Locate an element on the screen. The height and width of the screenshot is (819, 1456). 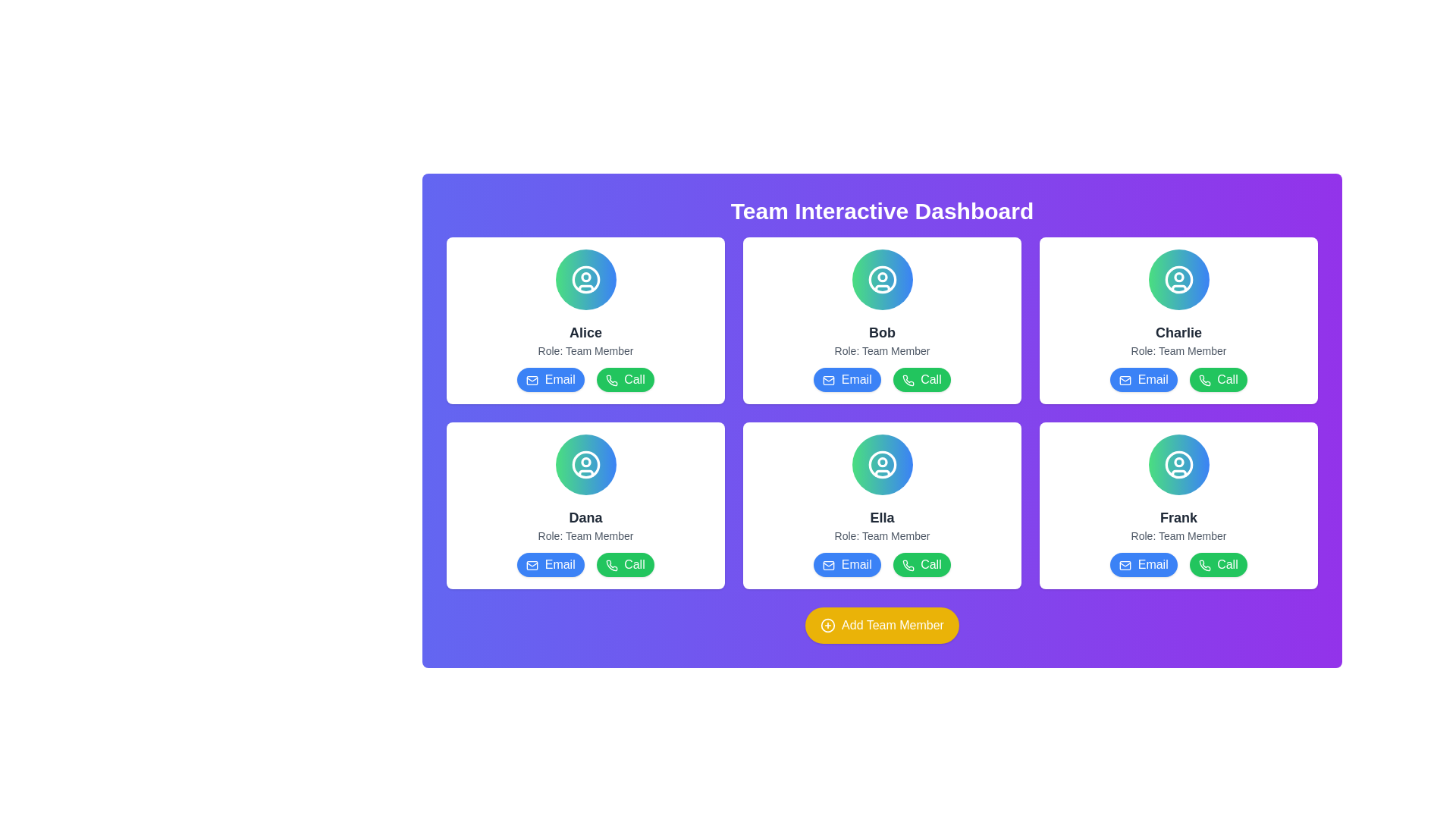
the 'Call' button in the action group for contacting 'Bob' is located at coordinates (882, 379).